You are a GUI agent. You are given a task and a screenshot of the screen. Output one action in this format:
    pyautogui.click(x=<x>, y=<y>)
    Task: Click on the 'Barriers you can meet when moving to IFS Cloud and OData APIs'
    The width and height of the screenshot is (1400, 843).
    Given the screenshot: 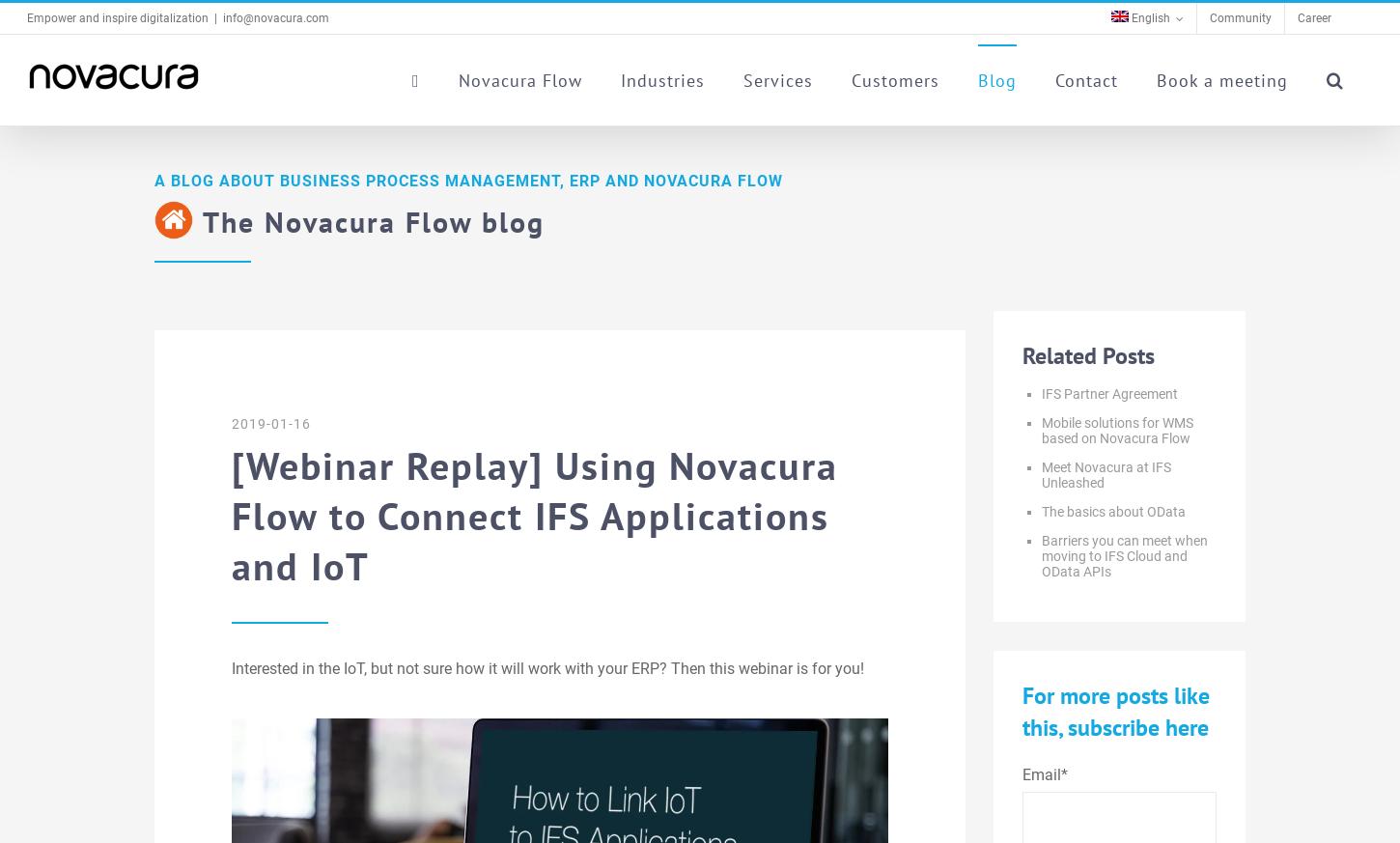 What is the action you would take?
    pyautogui.click(x=1041, y=553)
    